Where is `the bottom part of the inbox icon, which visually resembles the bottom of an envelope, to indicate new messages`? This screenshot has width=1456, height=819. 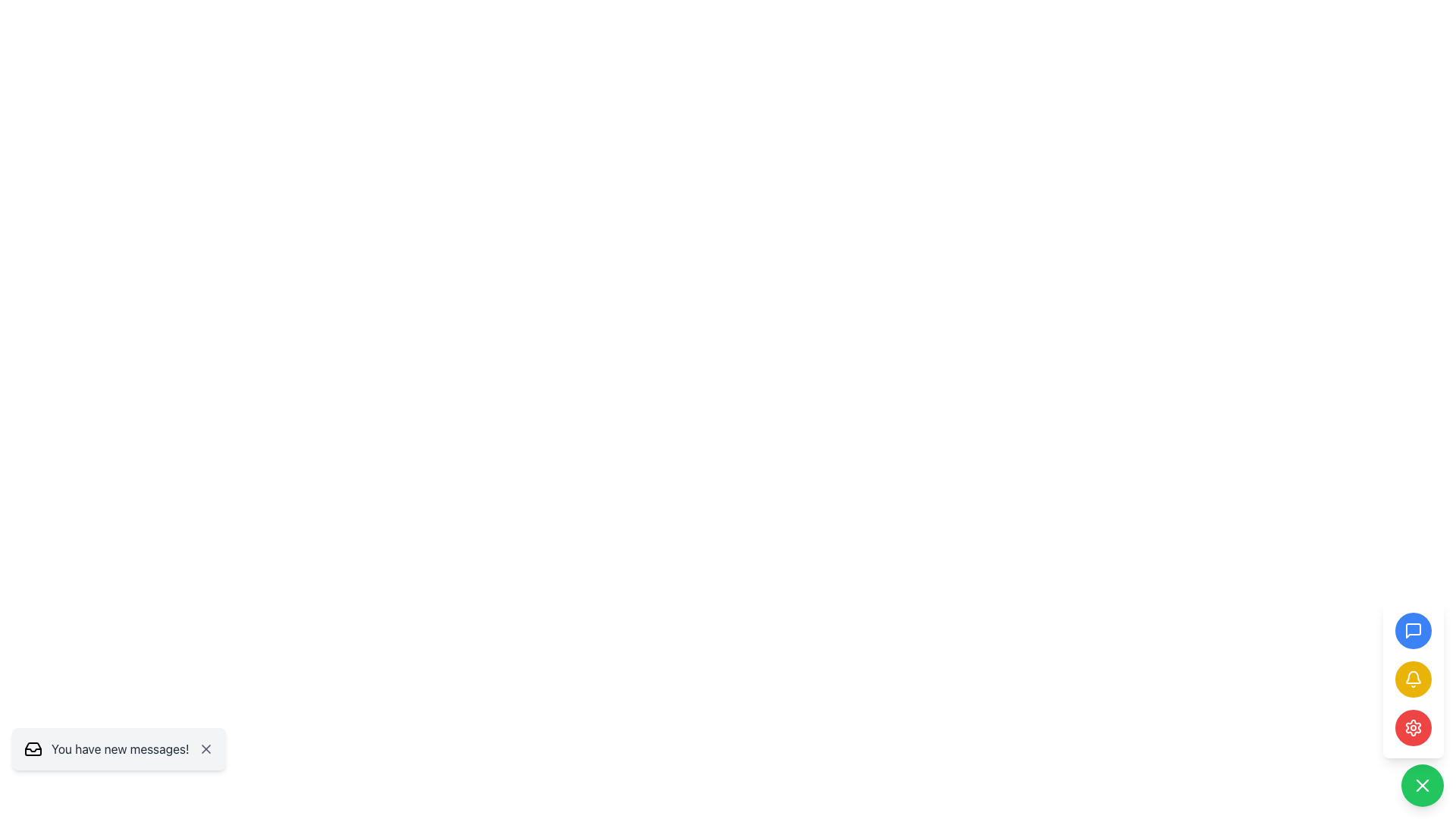
the bottom part of the inbox icon, which visually resembles the bottom of an envelope, to indicate new messages is located at coordinates (33, 749).